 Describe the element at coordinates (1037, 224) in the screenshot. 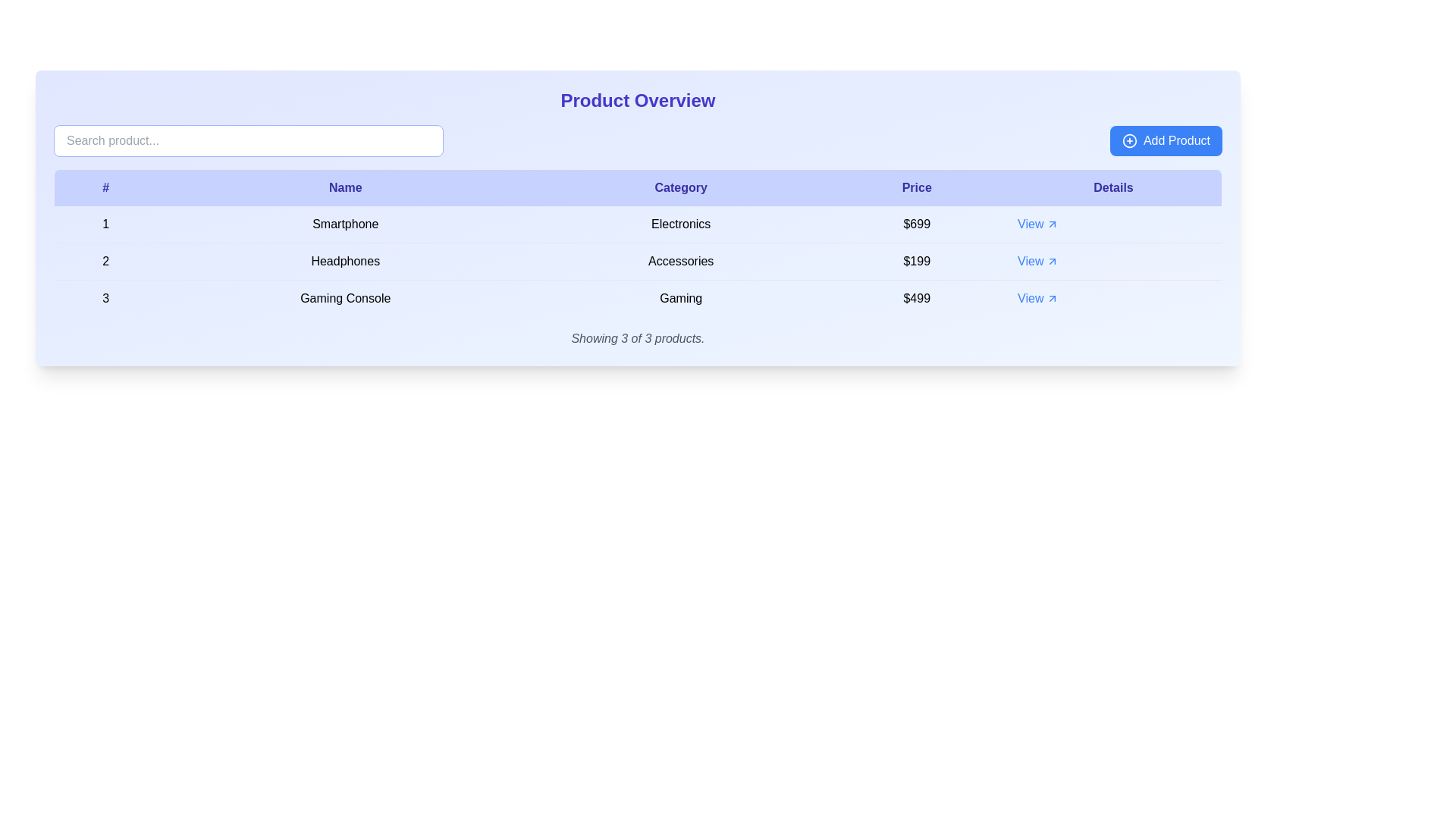

I see `the 'View' text link with an icon in the 'Details' column of the table for the 'Smartphone' product entry` at that location.